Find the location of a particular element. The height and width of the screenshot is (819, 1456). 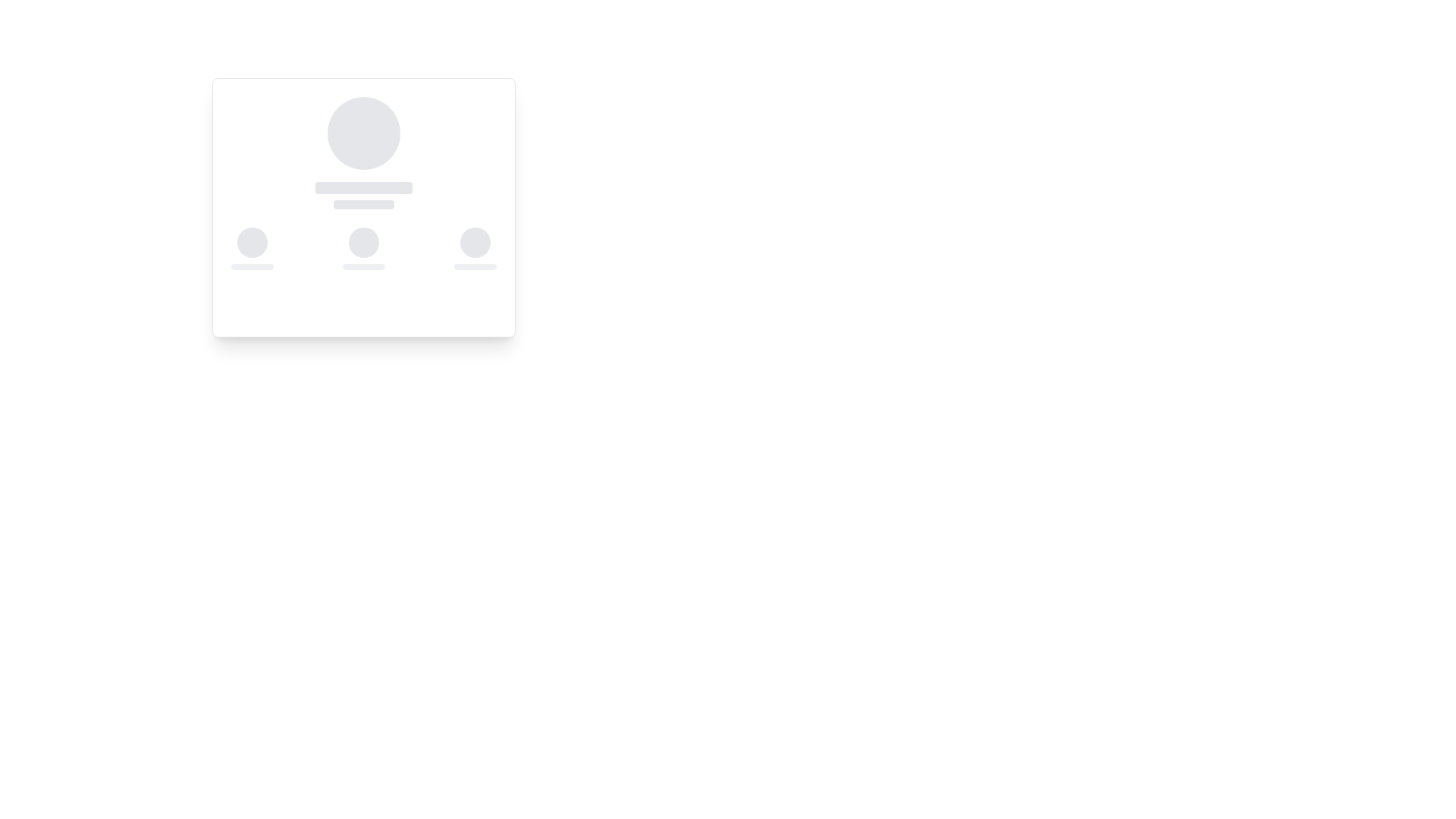

the circular loading animation component with a gray background, which is centered in the middle column of a three-column layout is located at coordinates (364, 247).